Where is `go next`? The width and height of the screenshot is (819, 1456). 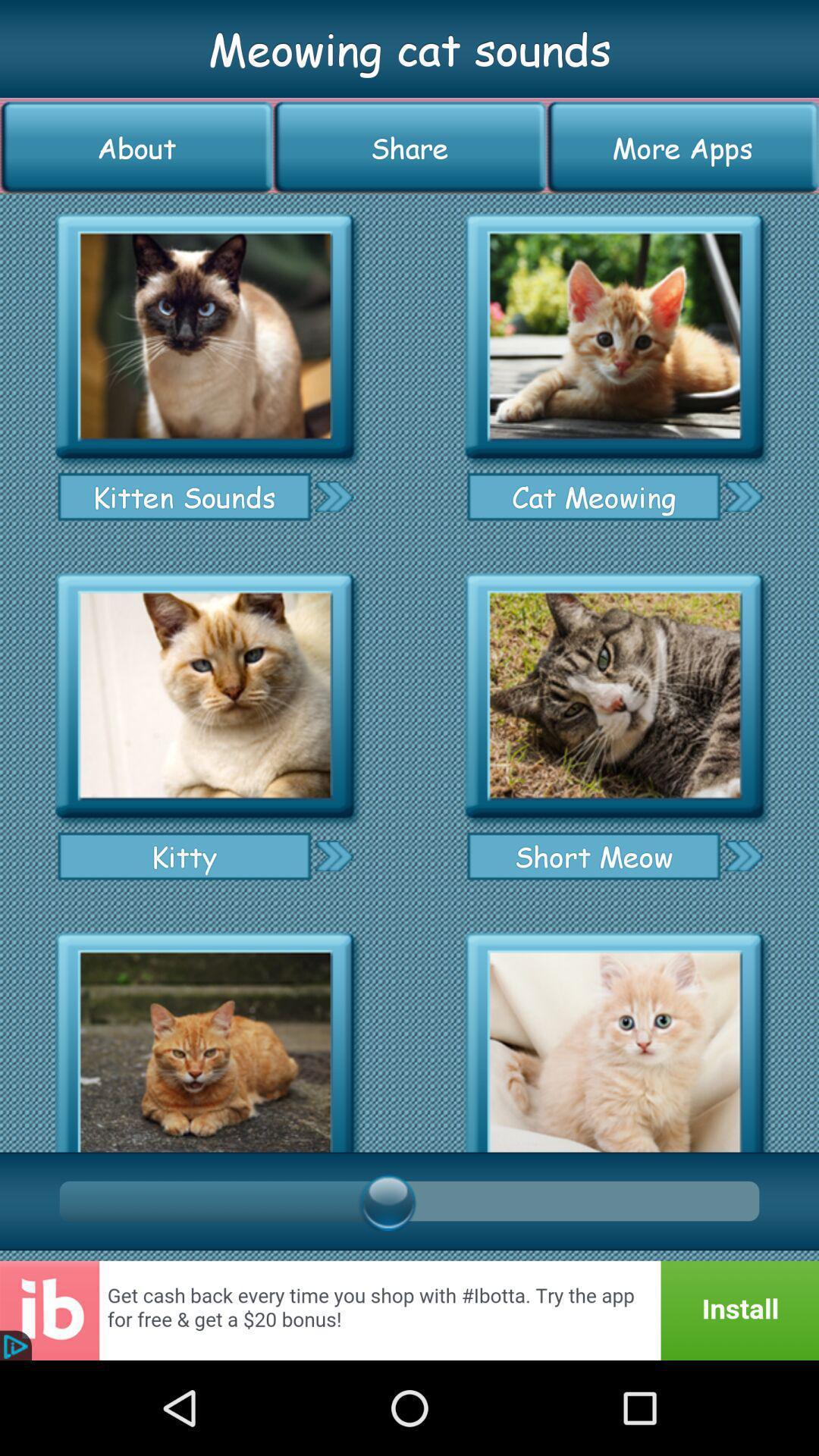
go next is located at coordinates (333, 496).